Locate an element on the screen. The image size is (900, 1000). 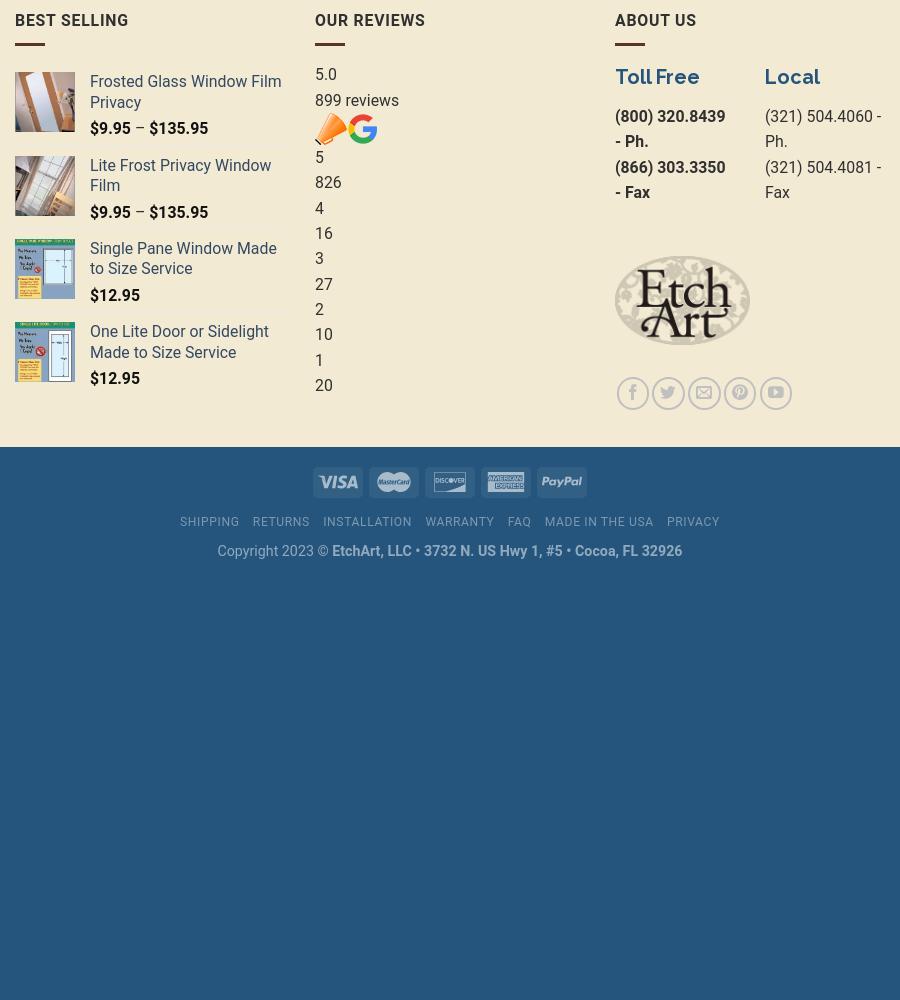
'One Lite Door or Sidelight Made to Size Service' is located at coordinates (179, 340).